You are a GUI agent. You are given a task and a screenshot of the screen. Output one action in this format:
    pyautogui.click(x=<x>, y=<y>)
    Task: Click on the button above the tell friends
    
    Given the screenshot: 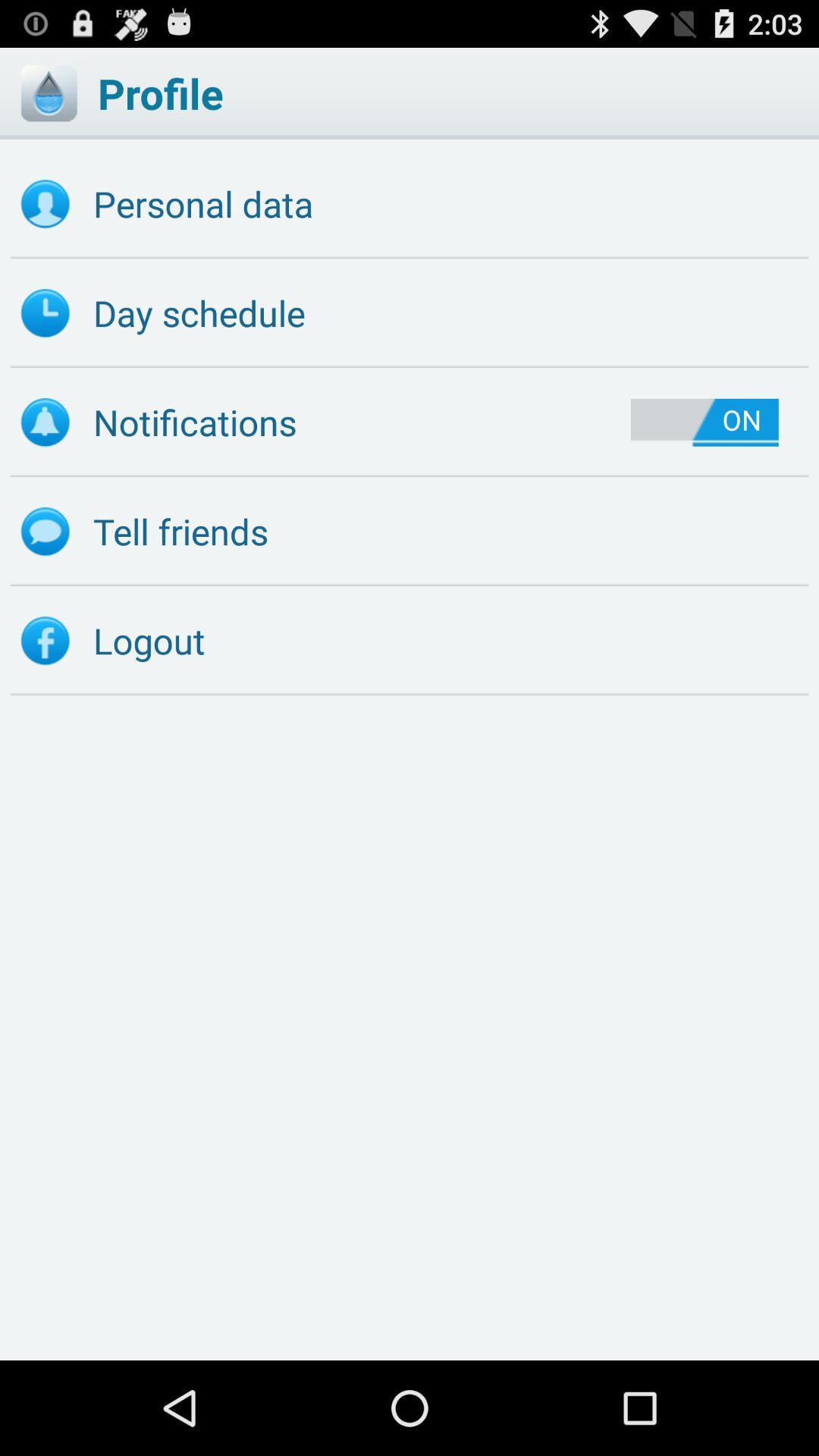 What is the action you would take?
    pyautogui.click(x=704, y=422)
    